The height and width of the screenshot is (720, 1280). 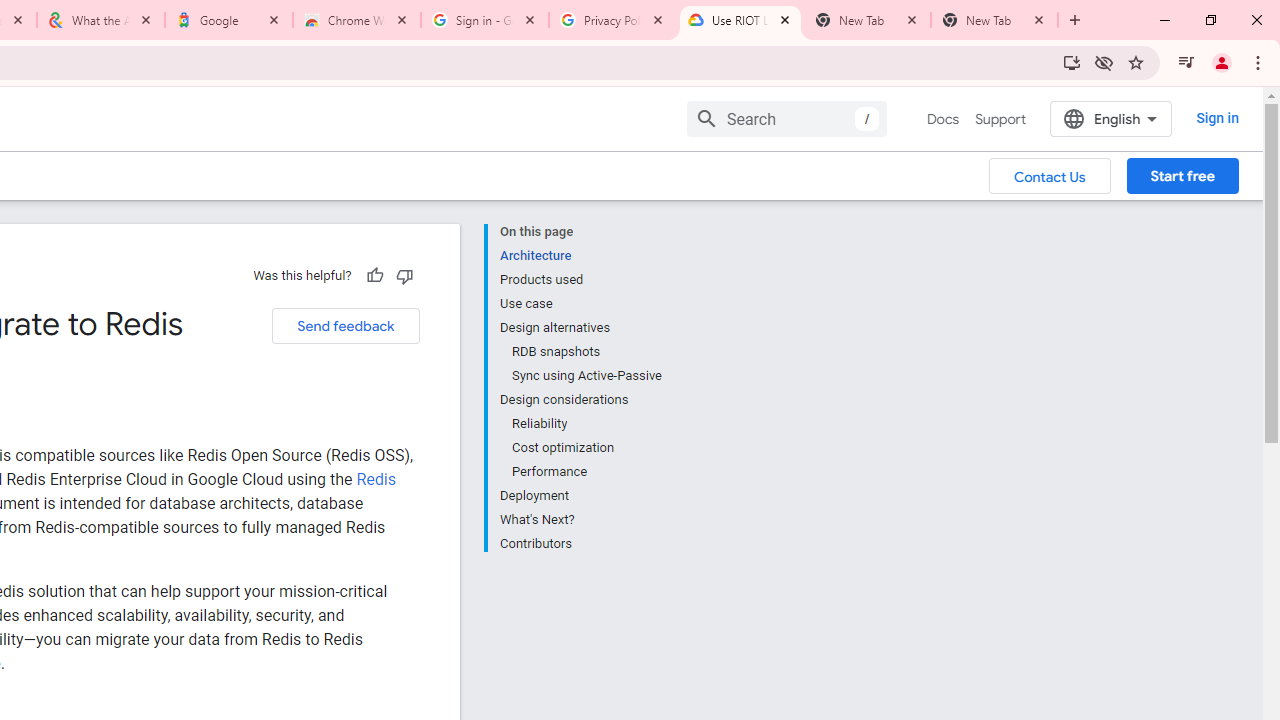 I want to click on 'Sync using Active-Passive', so click(x=585, y=376).